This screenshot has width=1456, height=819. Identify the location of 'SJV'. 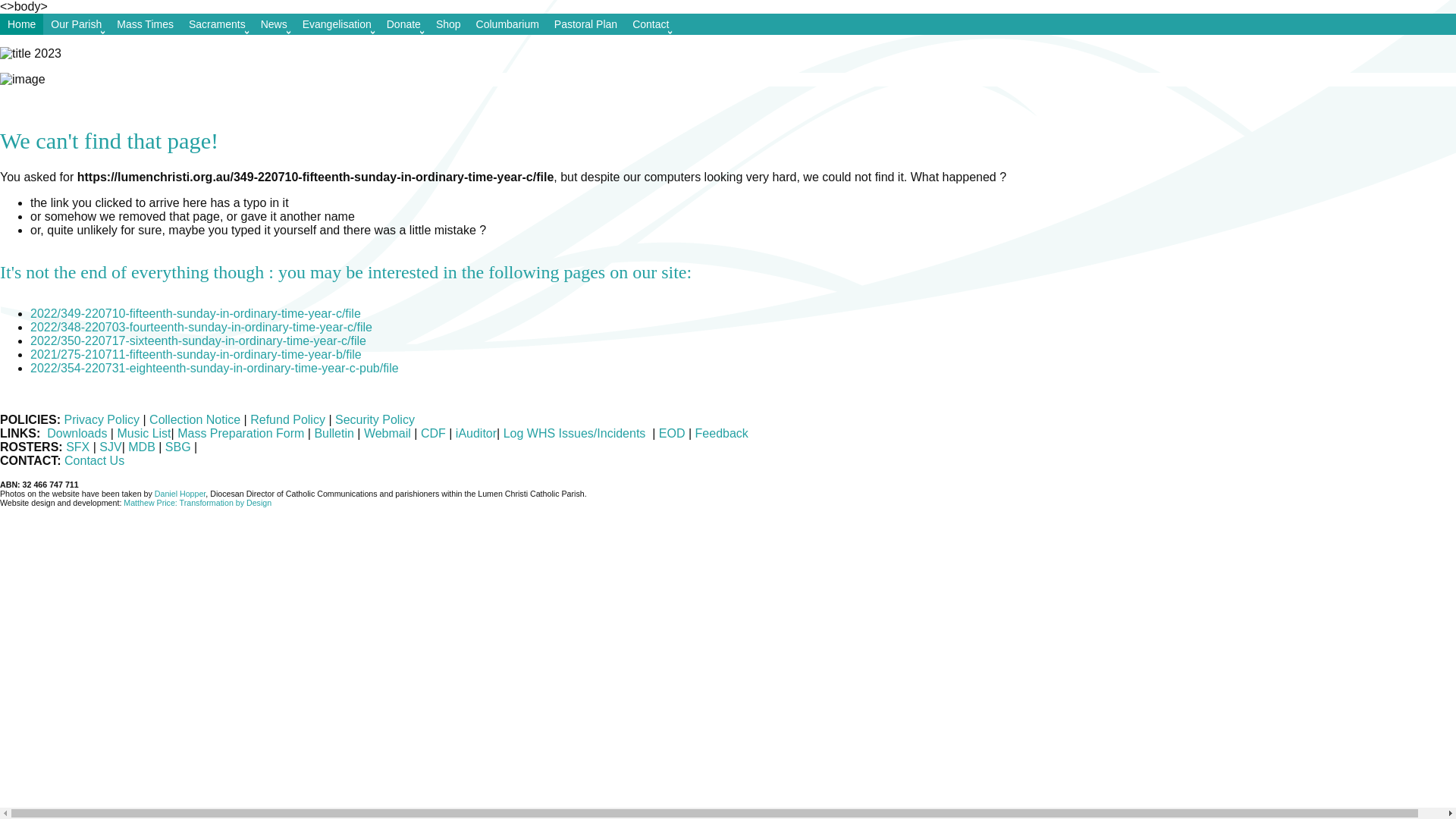
(98, 446).